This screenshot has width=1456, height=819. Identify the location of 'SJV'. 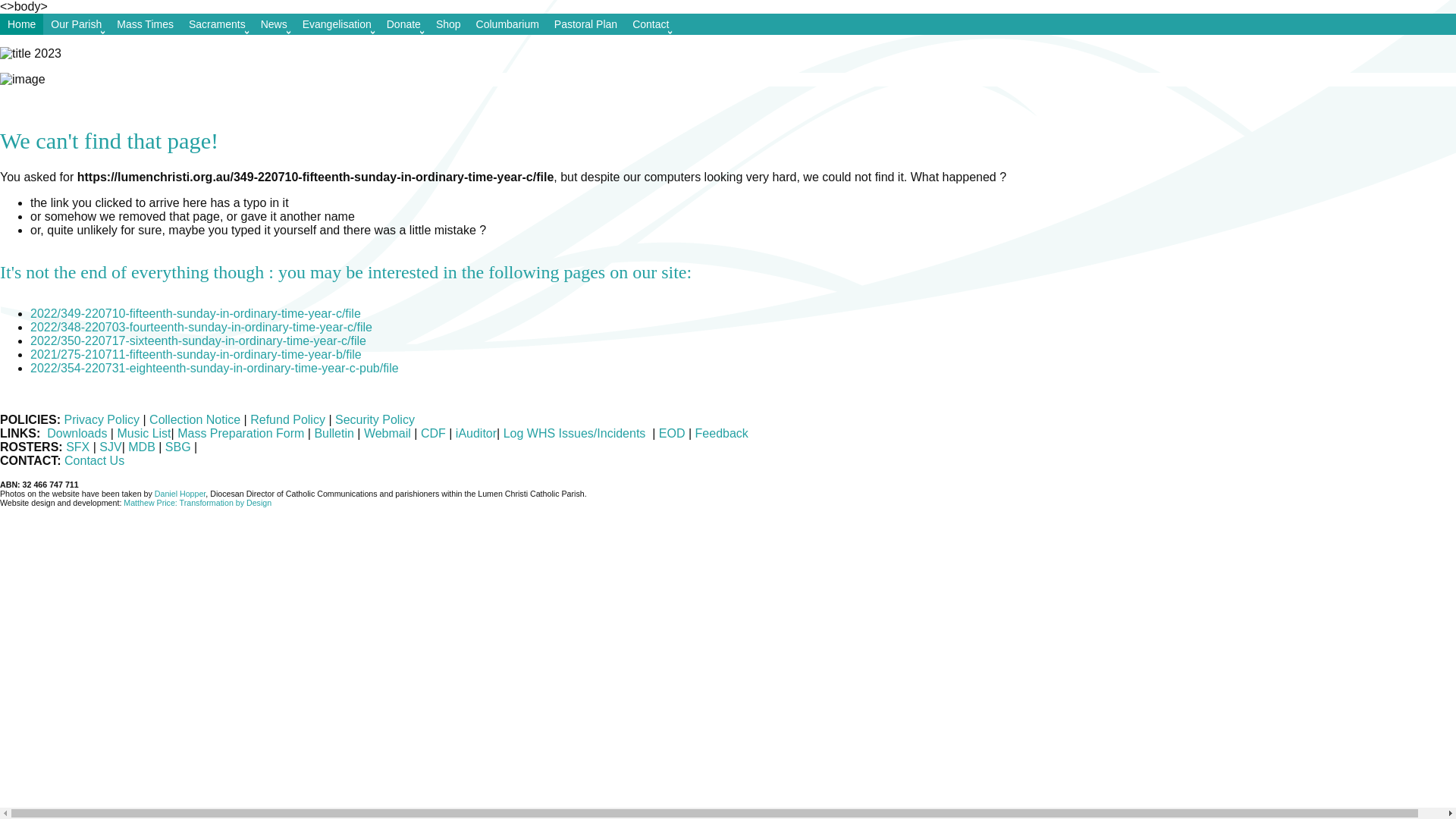
(98, 446).